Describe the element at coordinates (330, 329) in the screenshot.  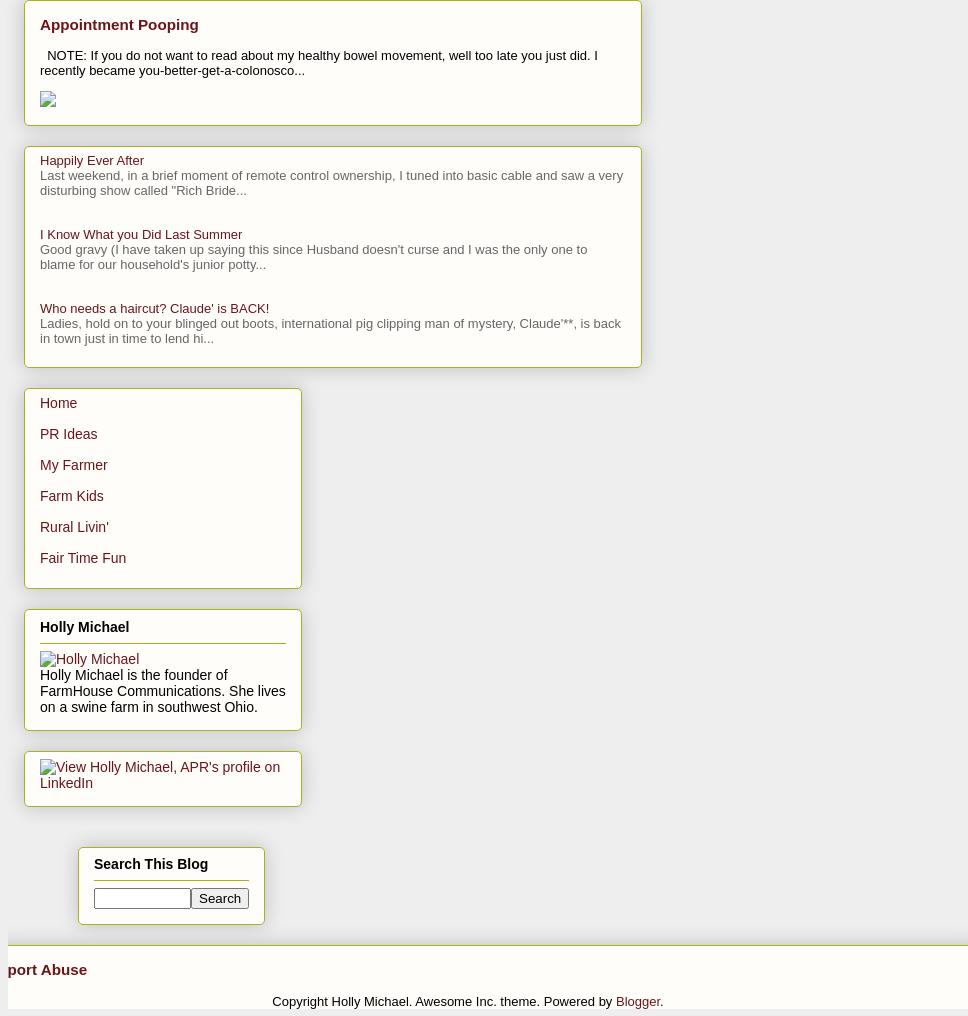
I see `'Ladies, hold on to your blinged out boots, international pig clipping man of mystery, Claude'**, is back in town just in time to lend hi...'` at that location.